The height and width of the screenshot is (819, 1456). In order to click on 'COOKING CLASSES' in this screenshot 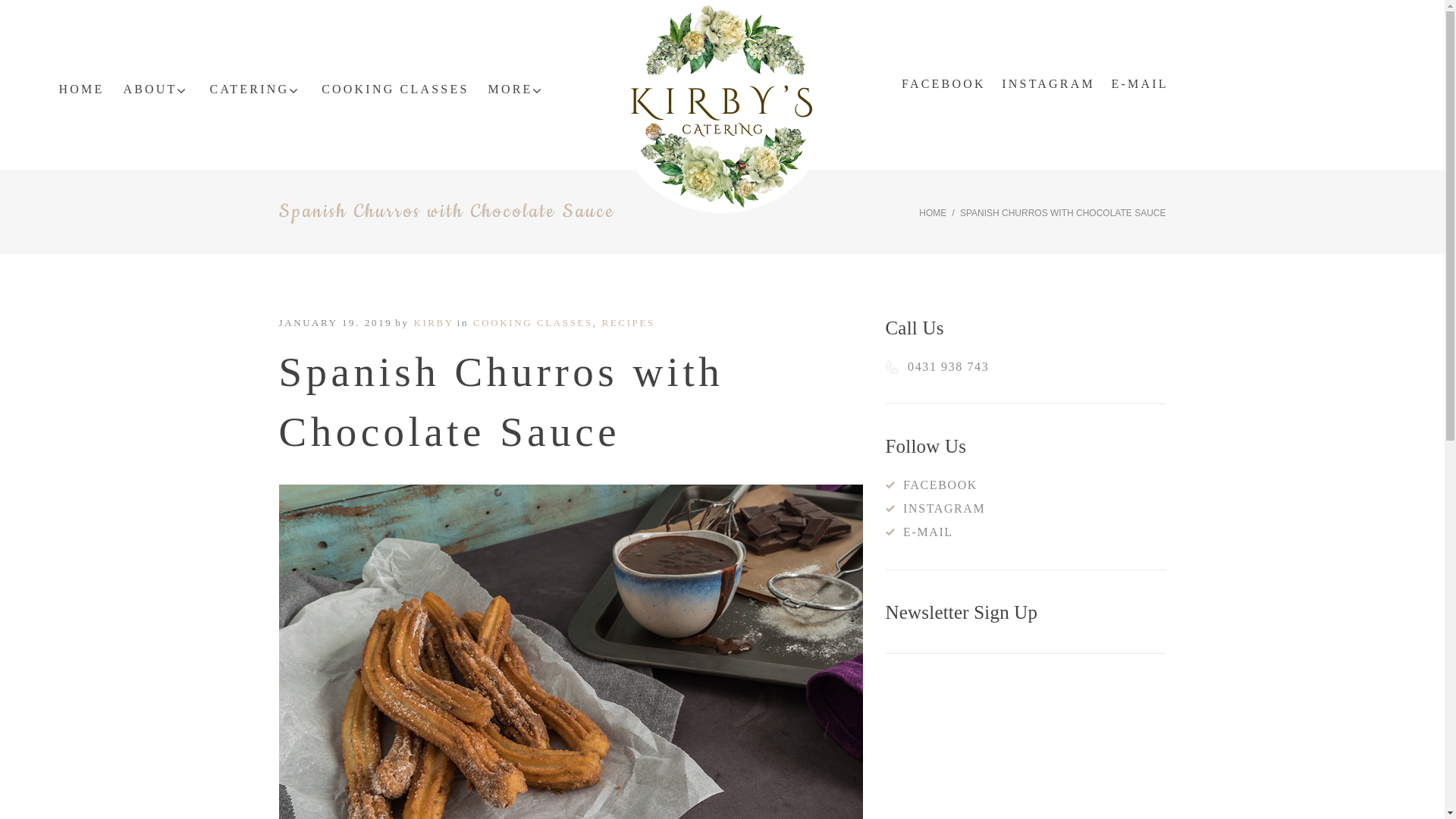, I will do `click(395, 89)`.